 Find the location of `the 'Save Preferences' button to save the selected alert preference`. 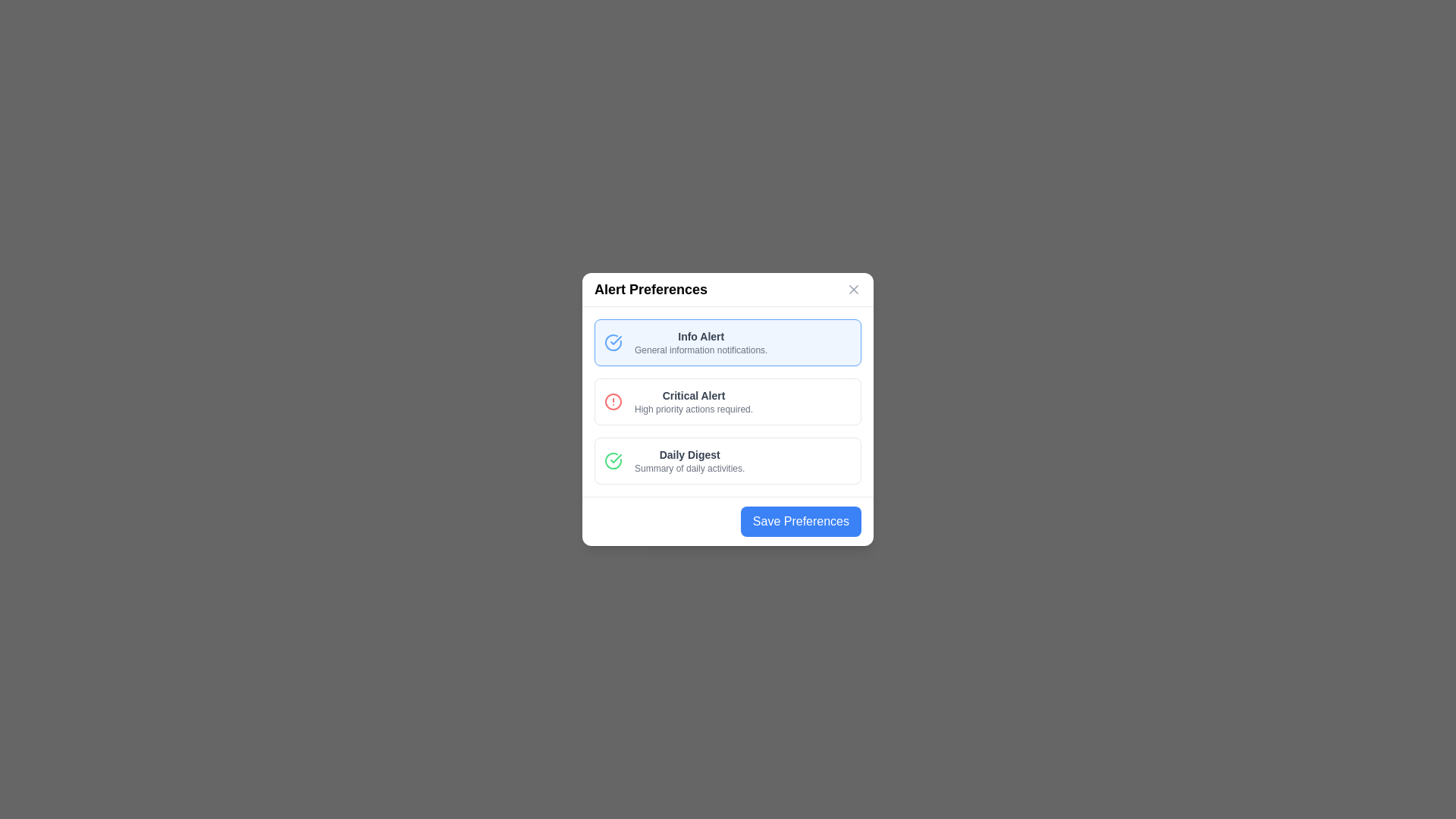

the 'Save Preferences' button to save the selected alert preference is located at coordinates (800, 520).